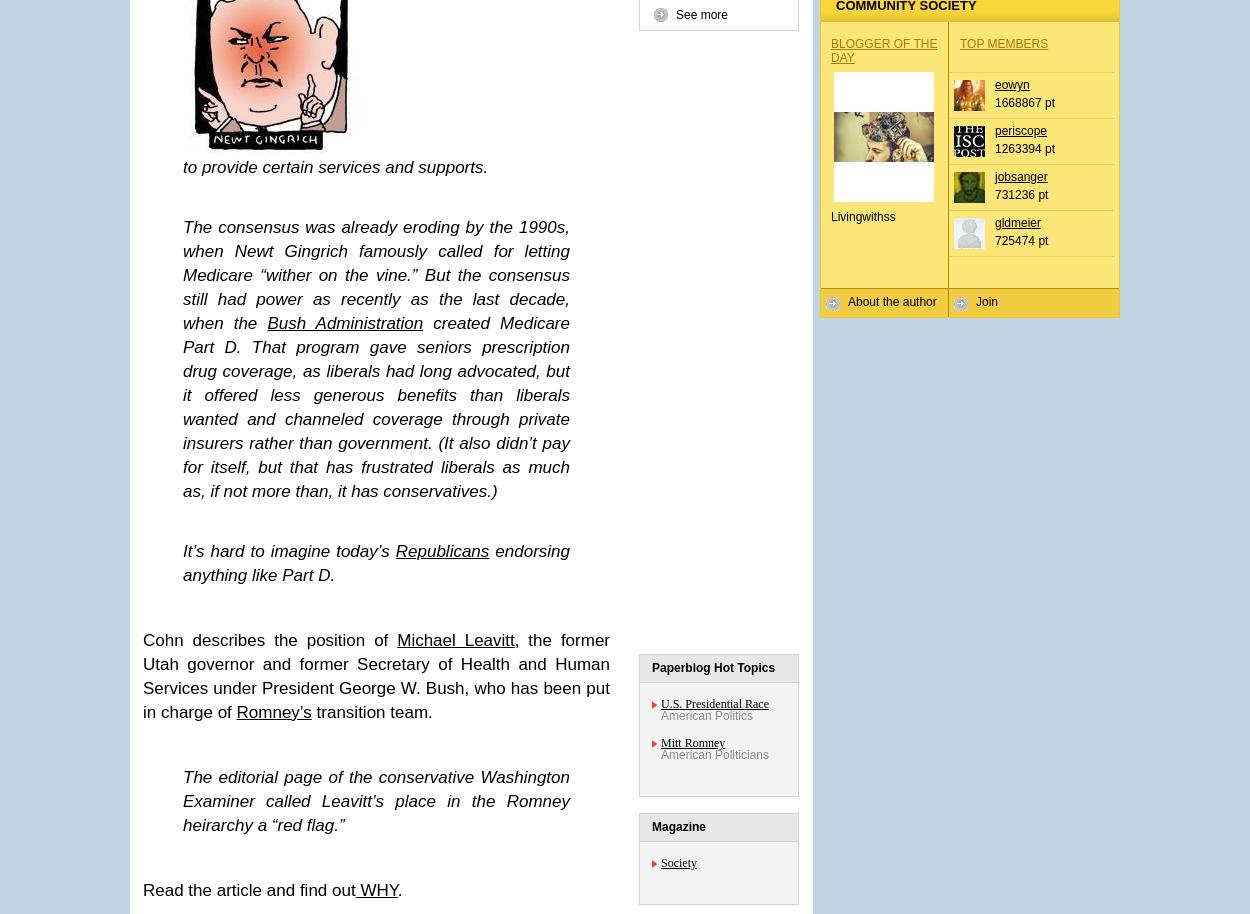 This screenshot has width=1250, height=914. I want to click on '1263394 pt', so click(1025, 147).